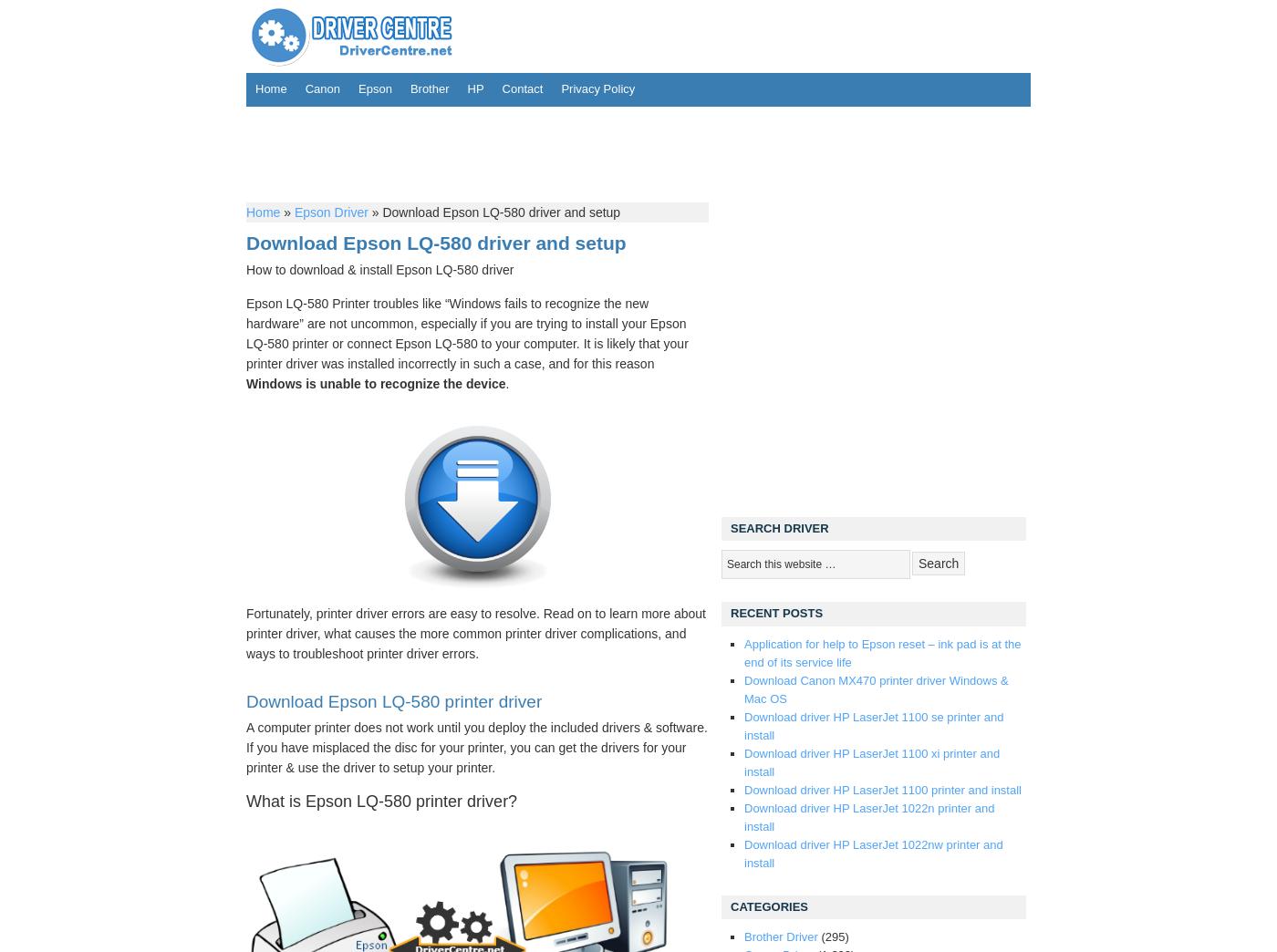  Describe the element at coordinates (872, 761) in the screenshot. I see `'Download driver HP LaserJet 1100 xi printer and install'` at that location.